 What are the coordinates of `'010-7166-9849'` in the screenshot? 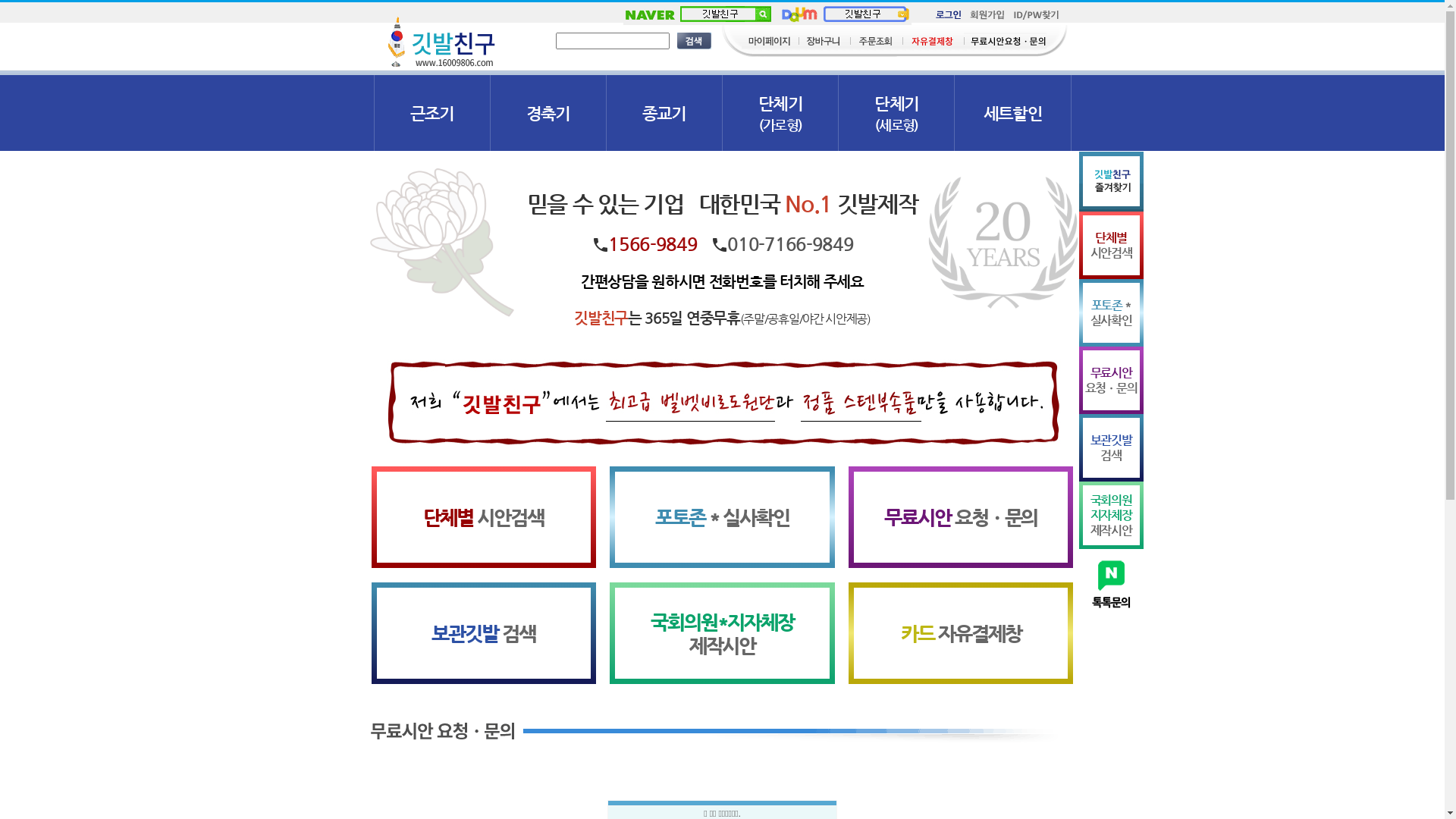 It's located at (789, 243).